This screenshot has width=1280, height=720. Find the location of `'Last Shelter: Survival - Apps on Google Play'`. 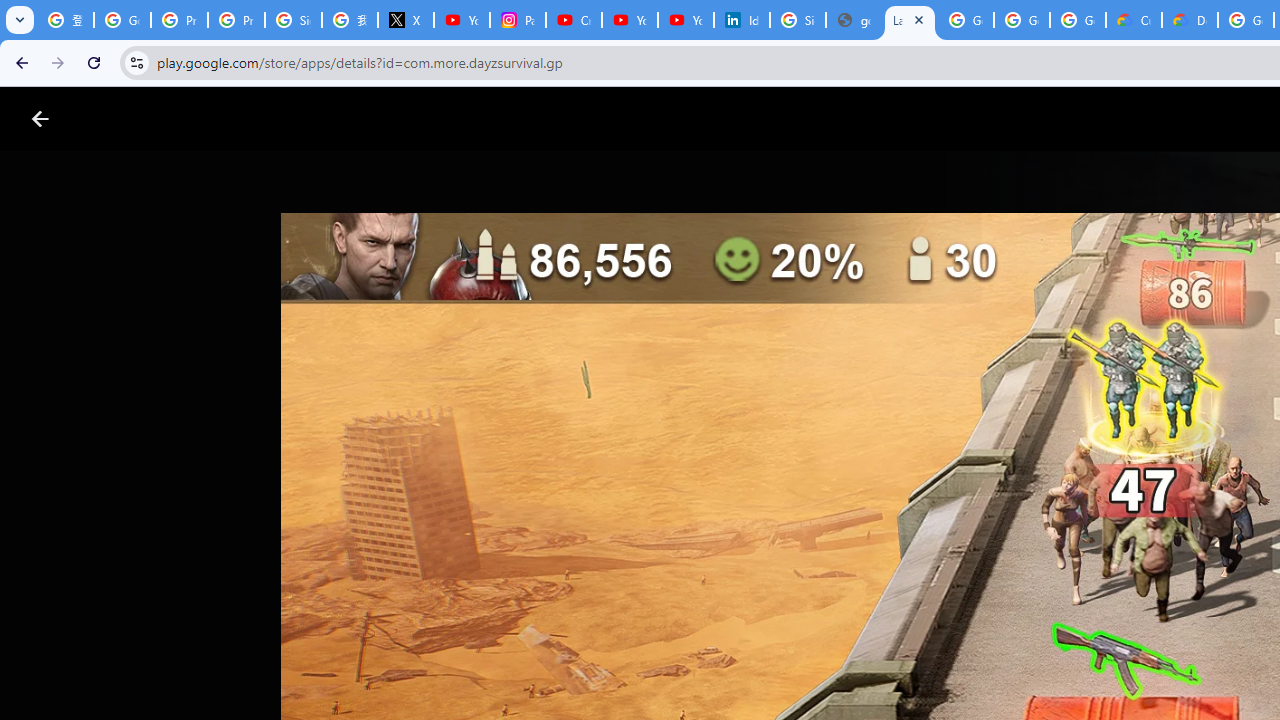

'Last Shelter: Survival - Apps on Google Play' is located at coordinates (909, 20).